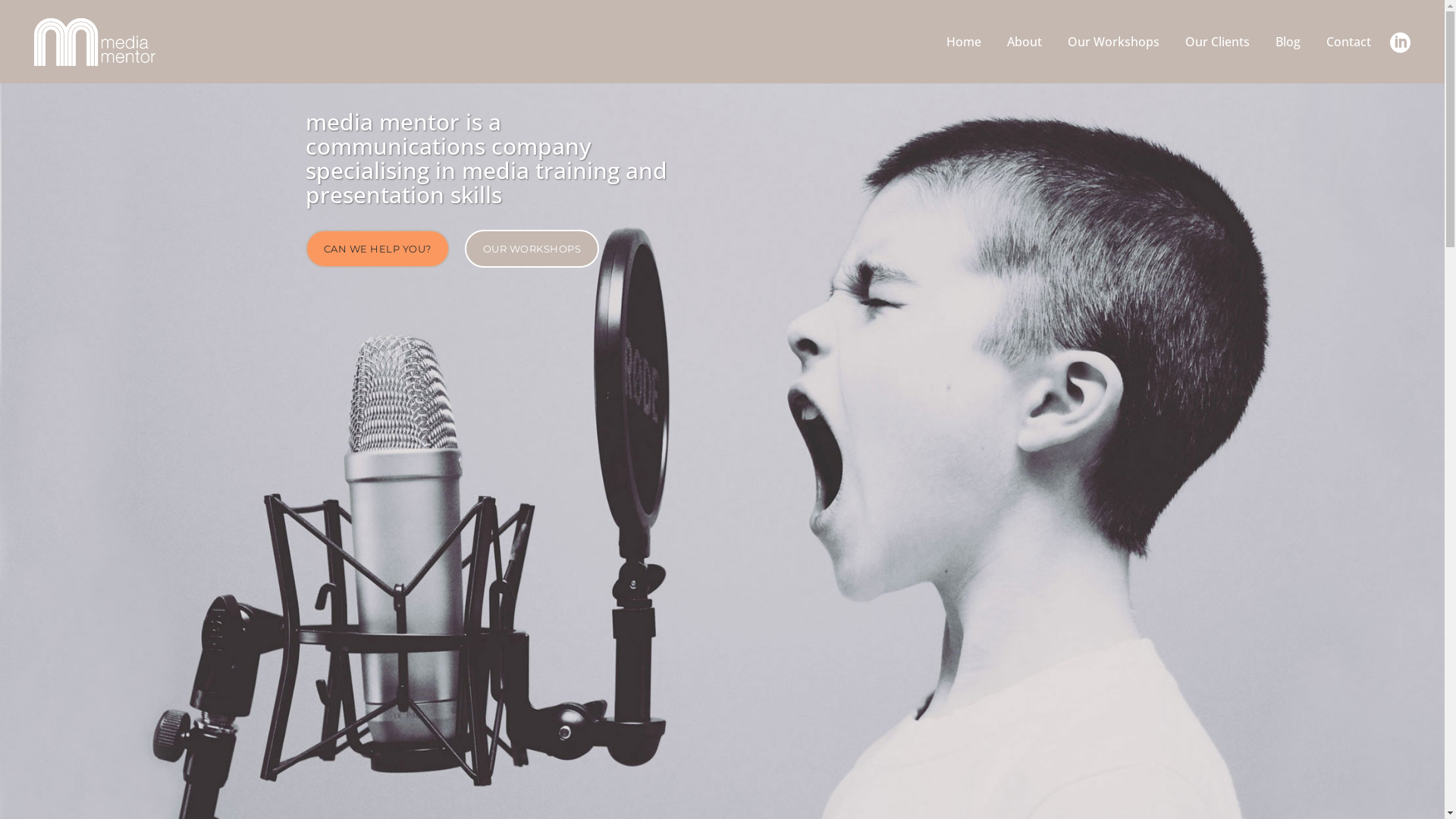 The width and height of the screenshot is (1456, 819). What do you see at coordinates (963, 40) in the screenshot?
I see `'Home'` at bounding box center [963, 40].